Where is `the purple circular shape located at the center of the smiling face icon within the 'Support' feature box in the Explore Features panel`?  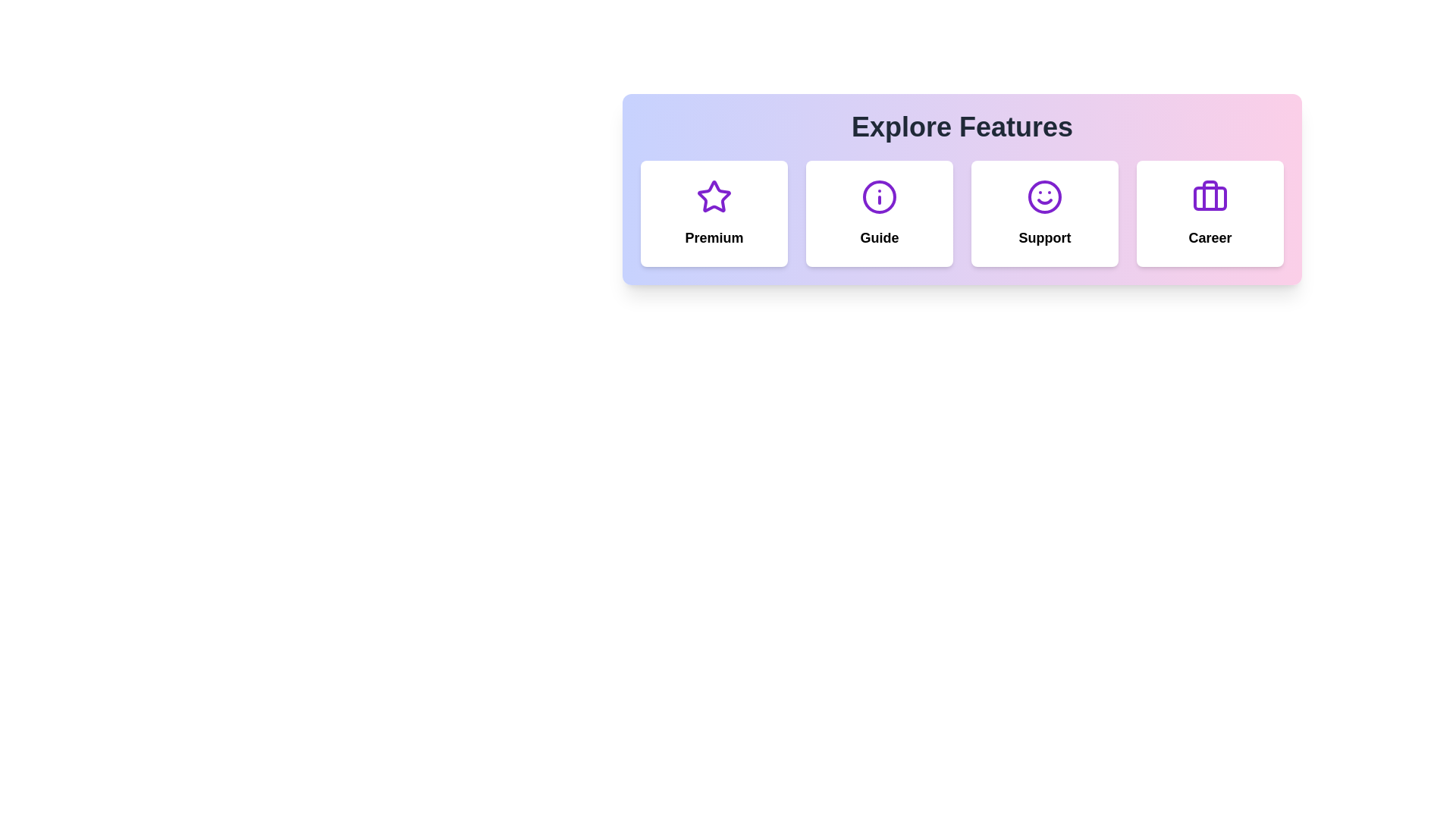 the purple circular shape located at the center of the smiling face icon within the 'Support' feature box in the Explore Features panel is located at coordinates (1043, 196).